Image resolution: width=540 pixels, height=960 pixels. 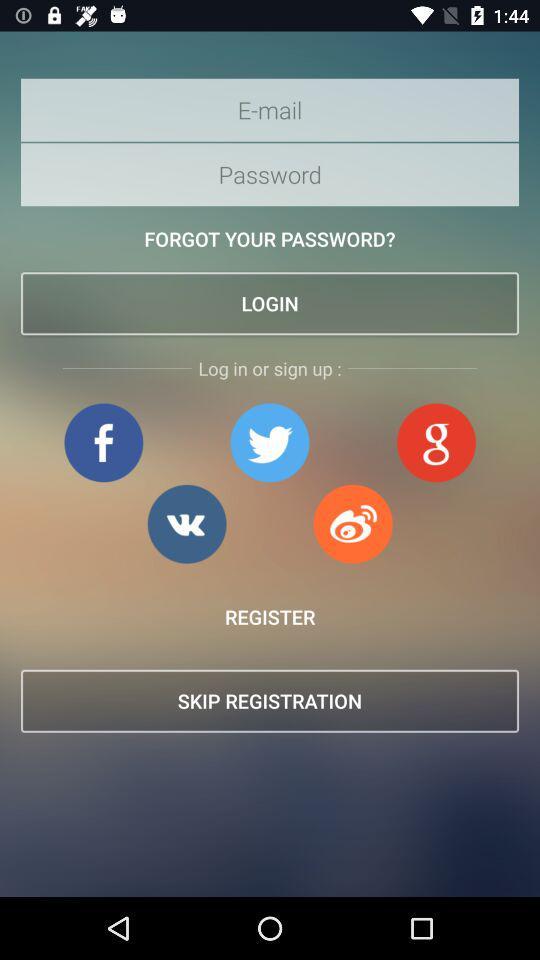 What do you see at coordinates (352, 523) in the screenshot?
I see `login in with app` at bounding box center [352, 523].